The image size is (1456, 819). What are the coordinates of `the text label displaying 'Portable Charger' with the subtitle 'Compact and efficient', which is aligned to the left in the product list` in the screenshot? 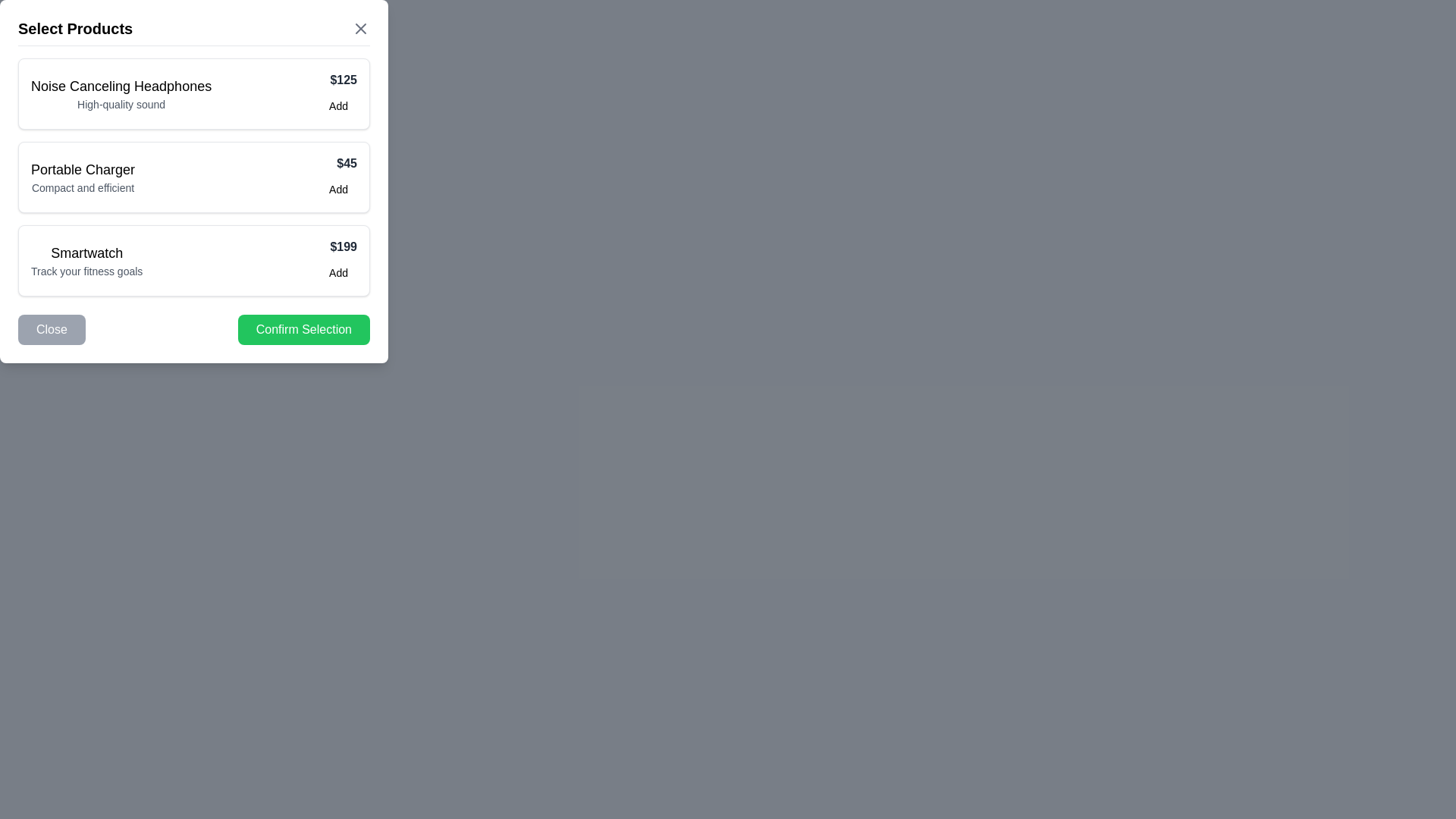 It's located at (82, 177).